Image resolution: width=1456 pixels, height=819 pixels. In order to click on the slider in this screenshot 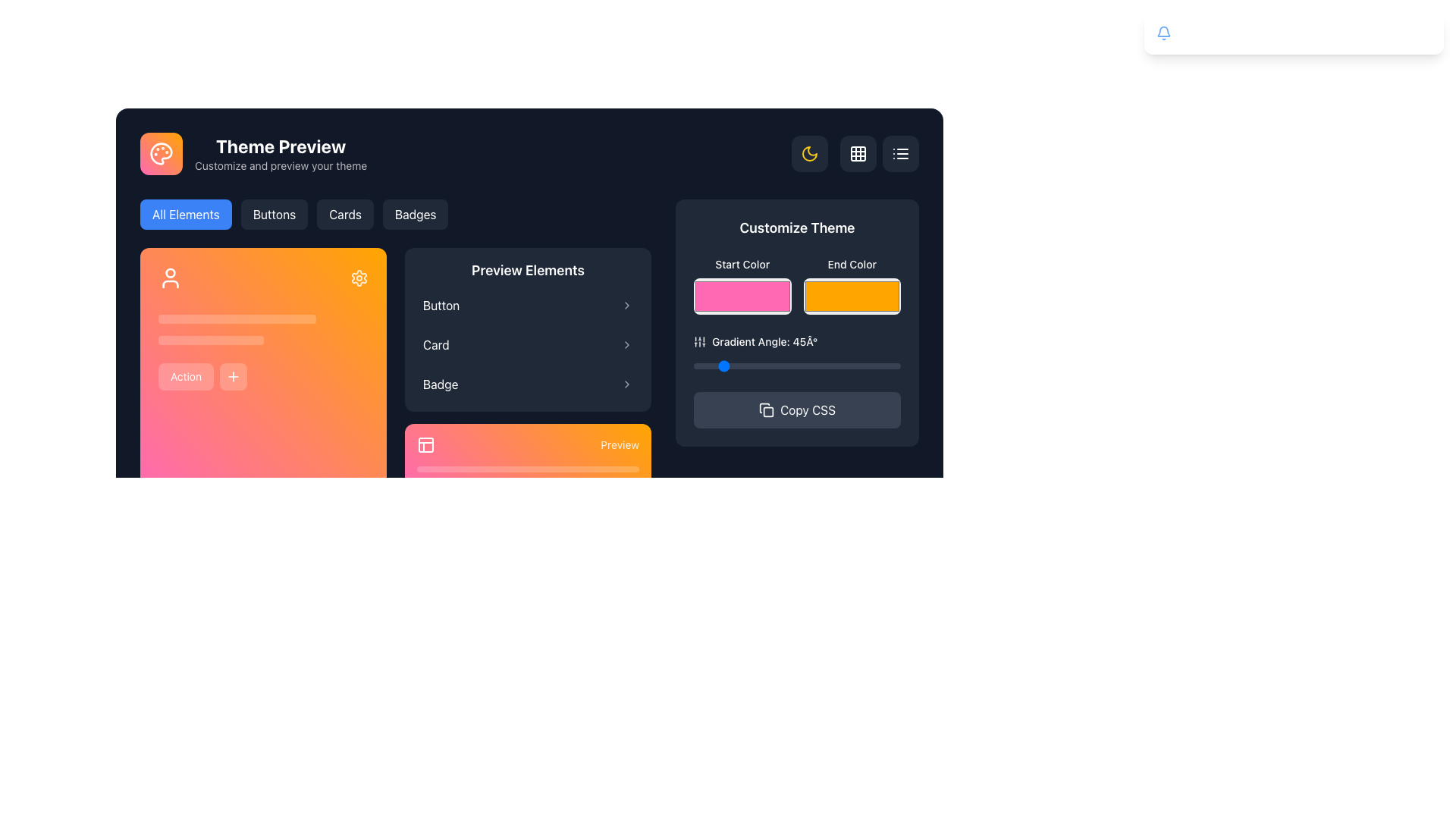, I will do `click(256, 318)`.